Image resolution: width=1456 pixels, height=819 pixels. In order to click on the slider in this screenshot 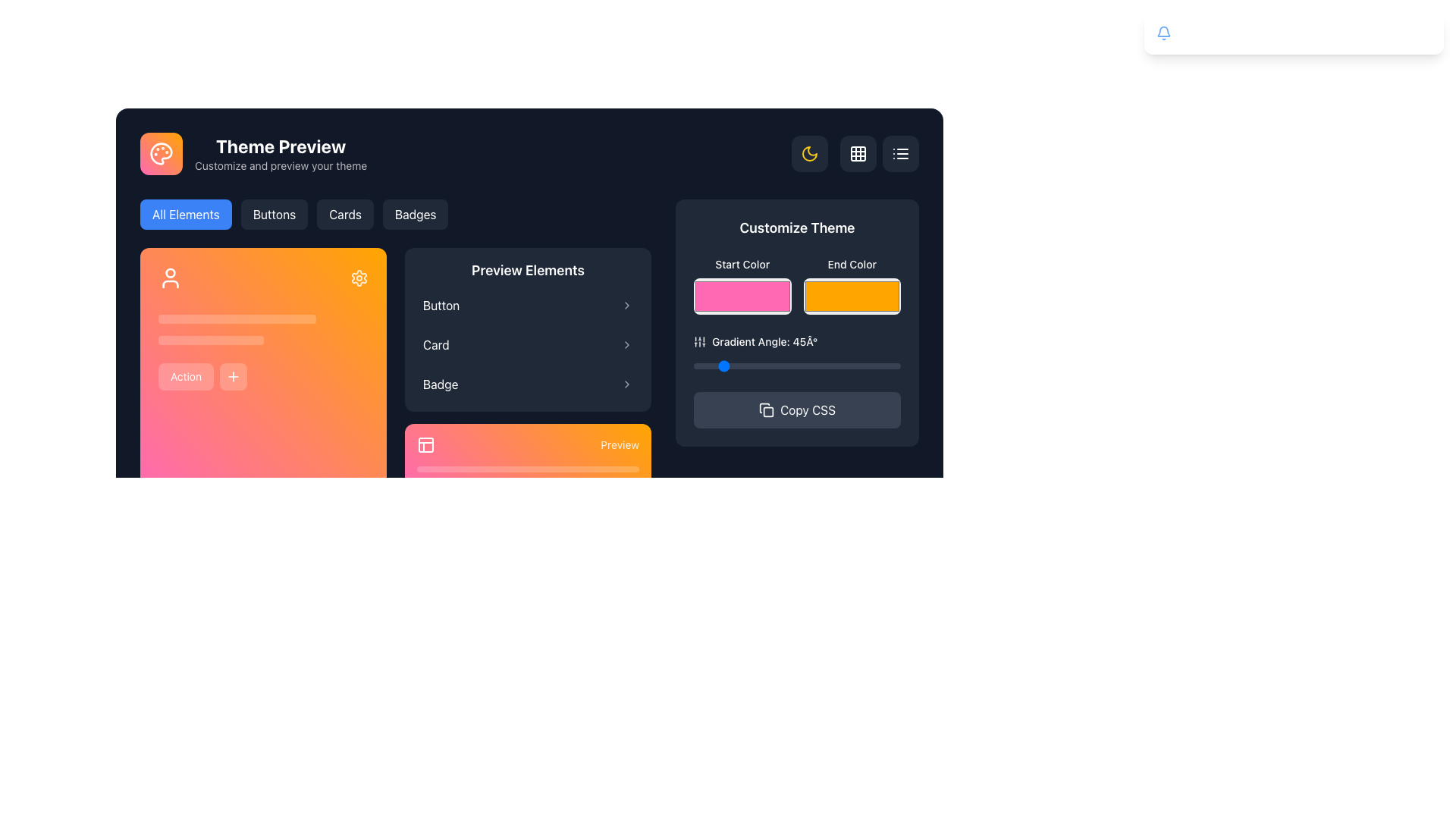, I will do `click(256, 318)`.